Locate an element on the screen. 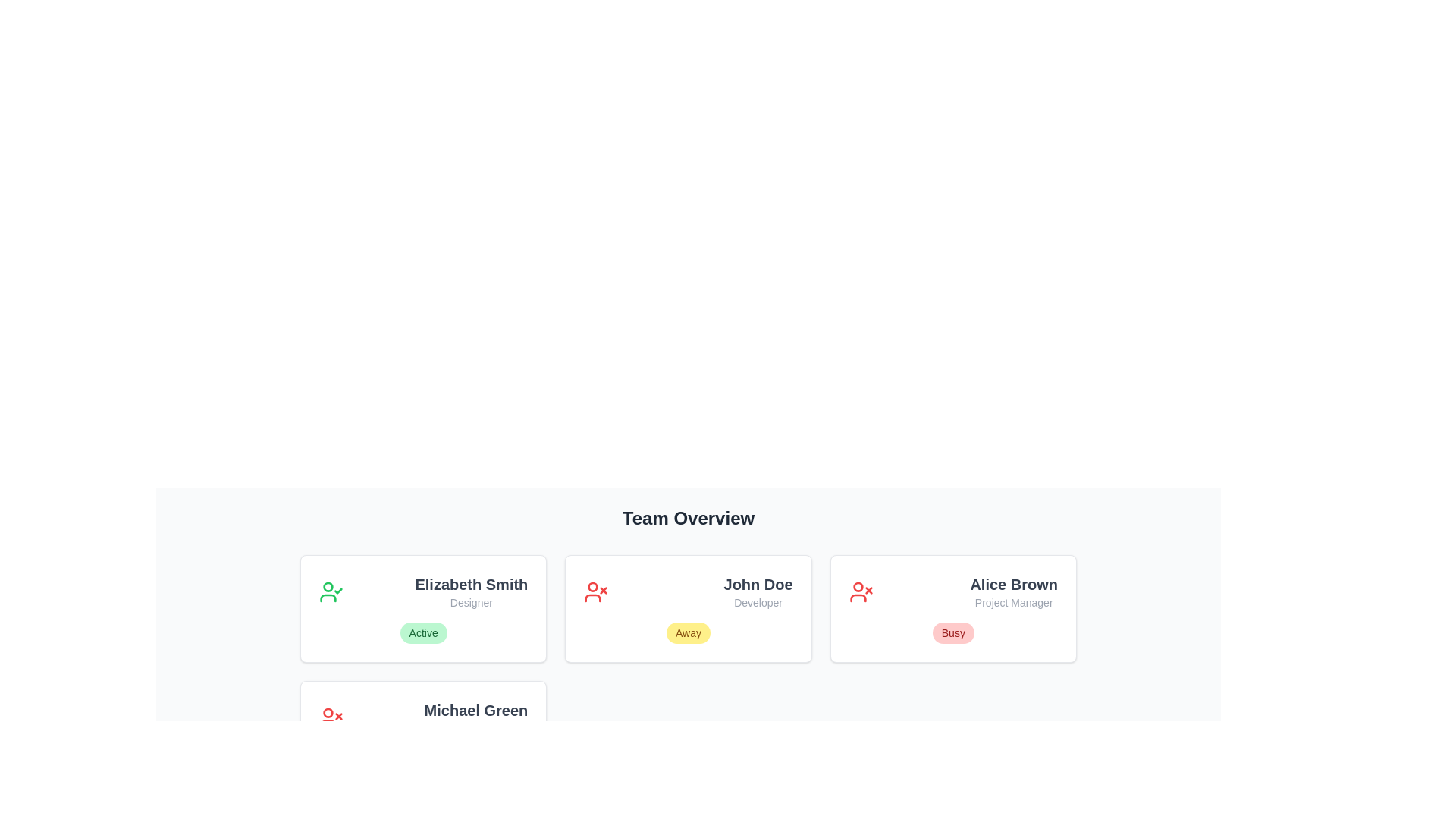  the text label 'Michael Green' is located at coordinates (475, 711).